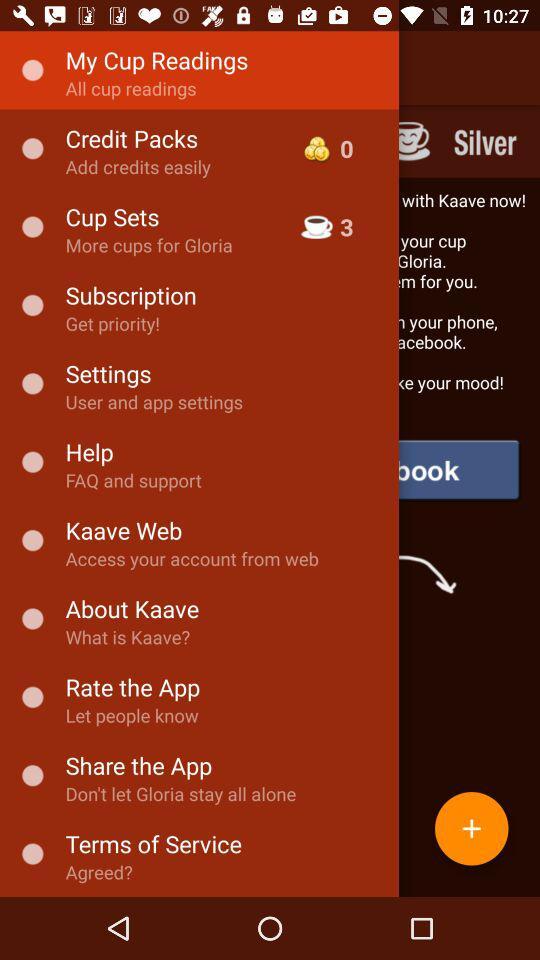 The height and width of the screenshot is (960, 540). I want to click on the skip_next icon, so click(193, 140).